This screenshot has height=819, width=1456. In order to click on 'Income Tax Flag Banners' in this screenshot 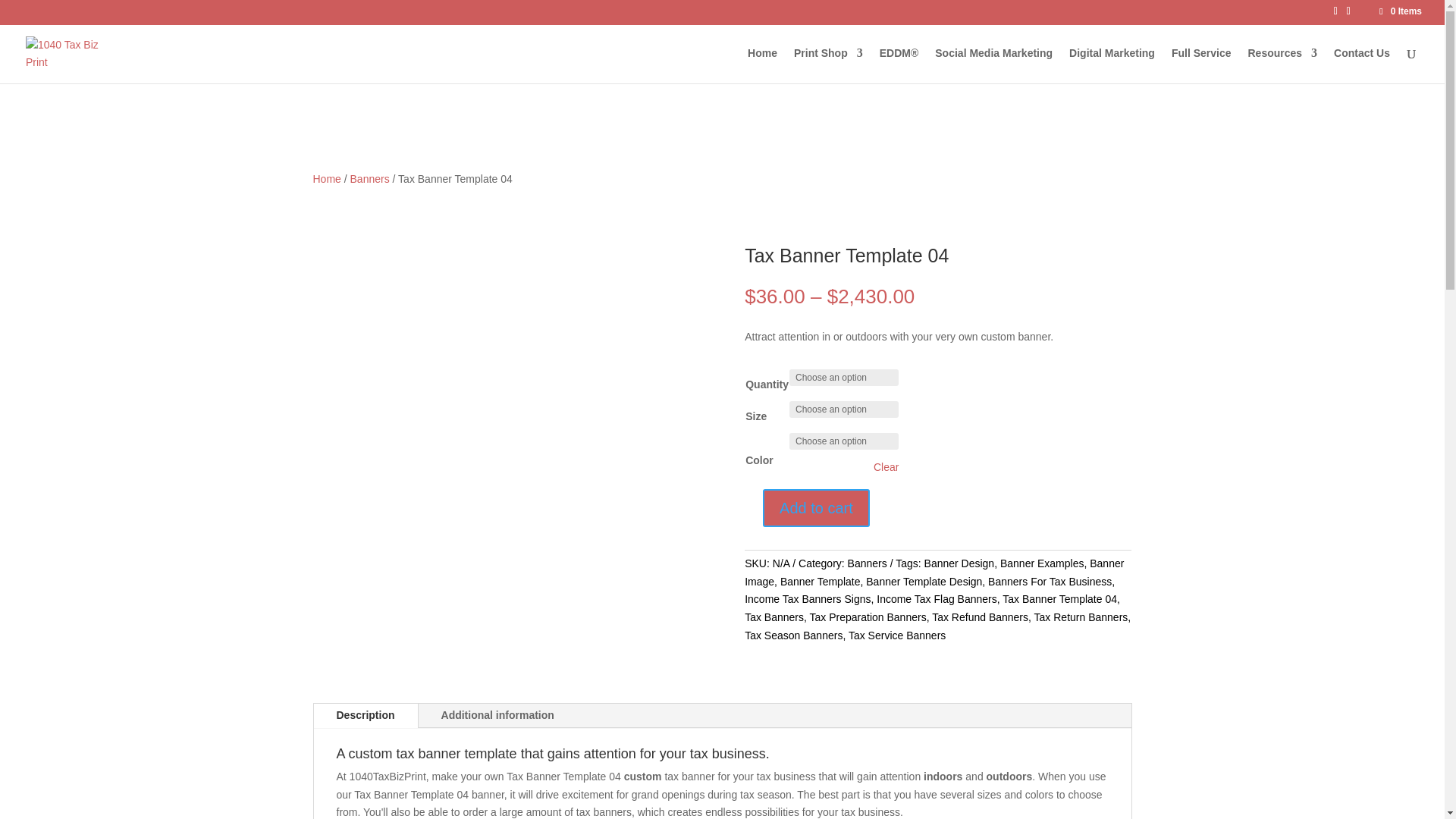, I will do `click(936, 598)`.